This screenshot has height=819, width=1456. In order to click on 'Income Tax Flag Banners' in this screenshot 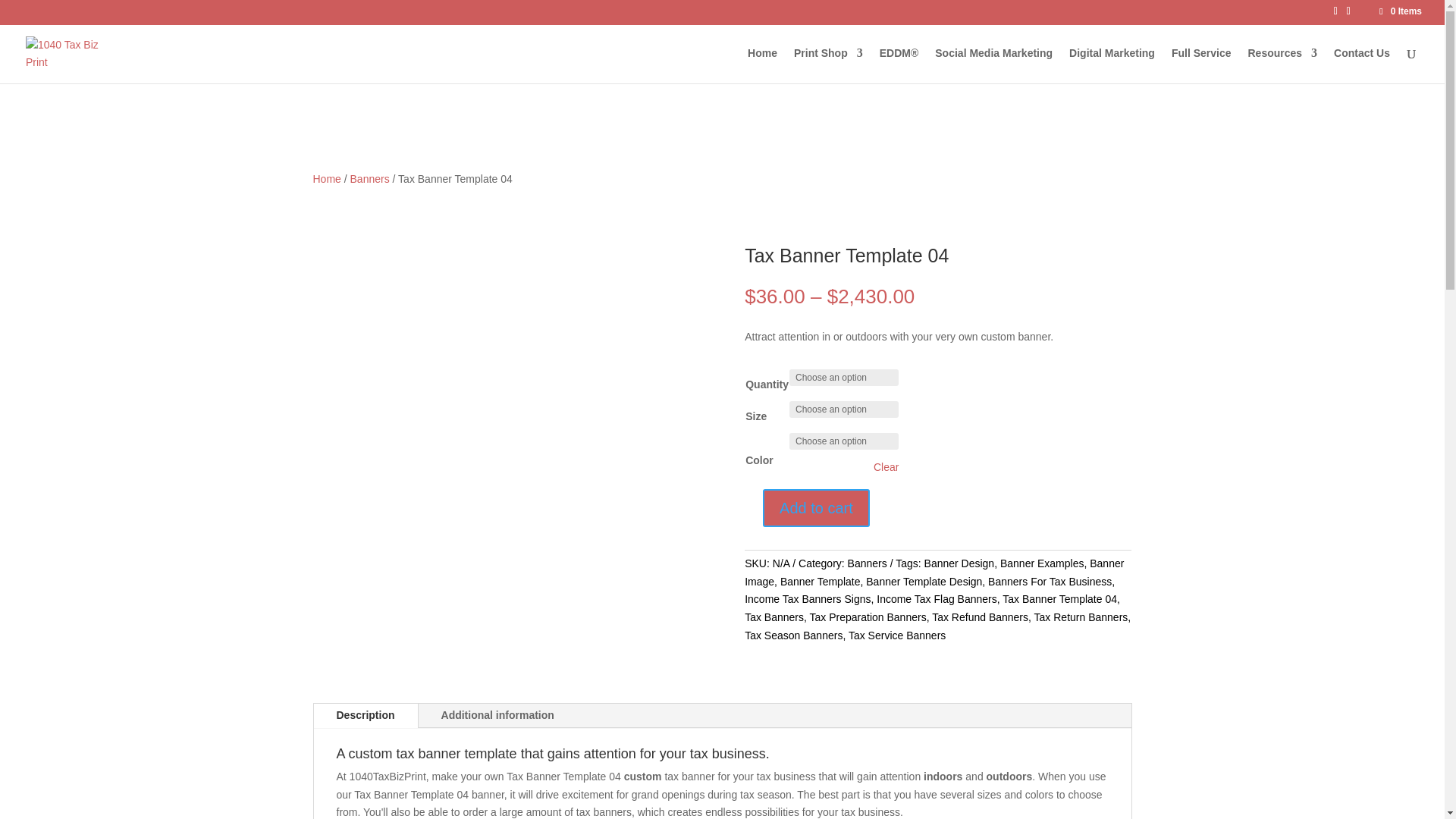, I will do `click(936, 598)`.